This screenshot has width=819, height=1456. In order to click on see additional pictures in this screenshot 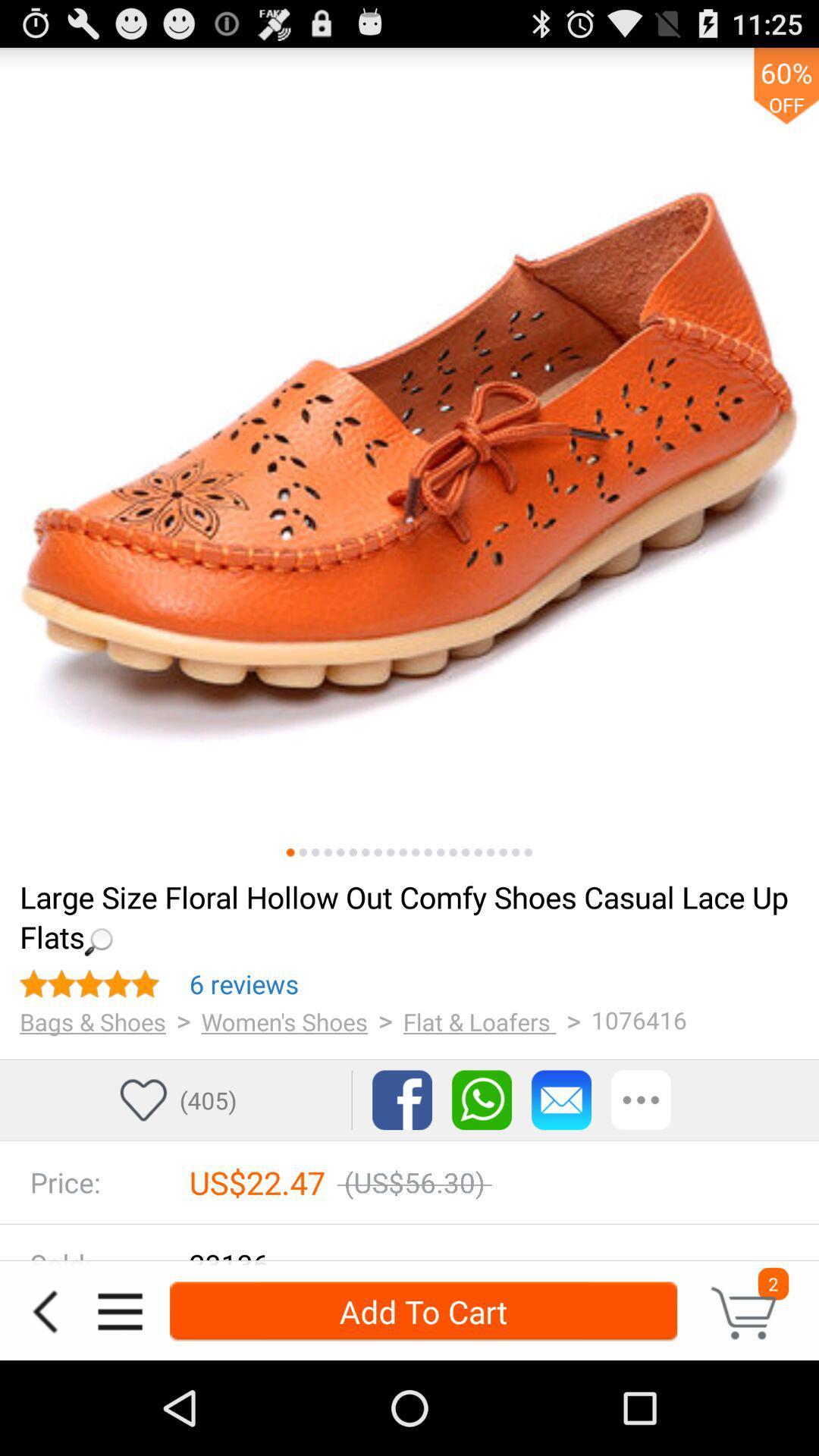, I will do `click(465, 852)`.